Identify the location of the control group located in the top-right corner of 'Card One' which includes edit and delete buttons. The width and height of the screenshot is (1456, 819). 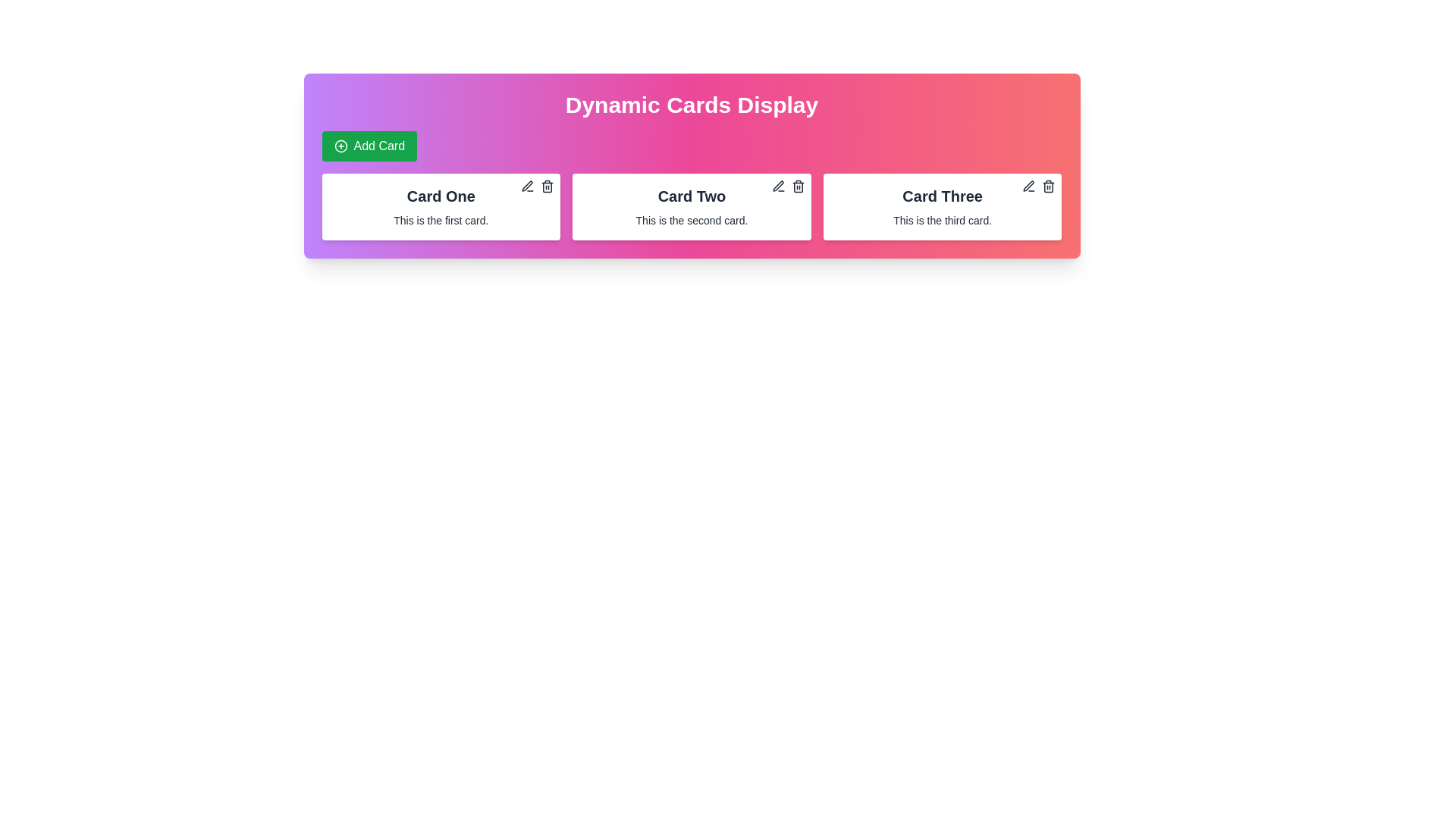
(538, 186).